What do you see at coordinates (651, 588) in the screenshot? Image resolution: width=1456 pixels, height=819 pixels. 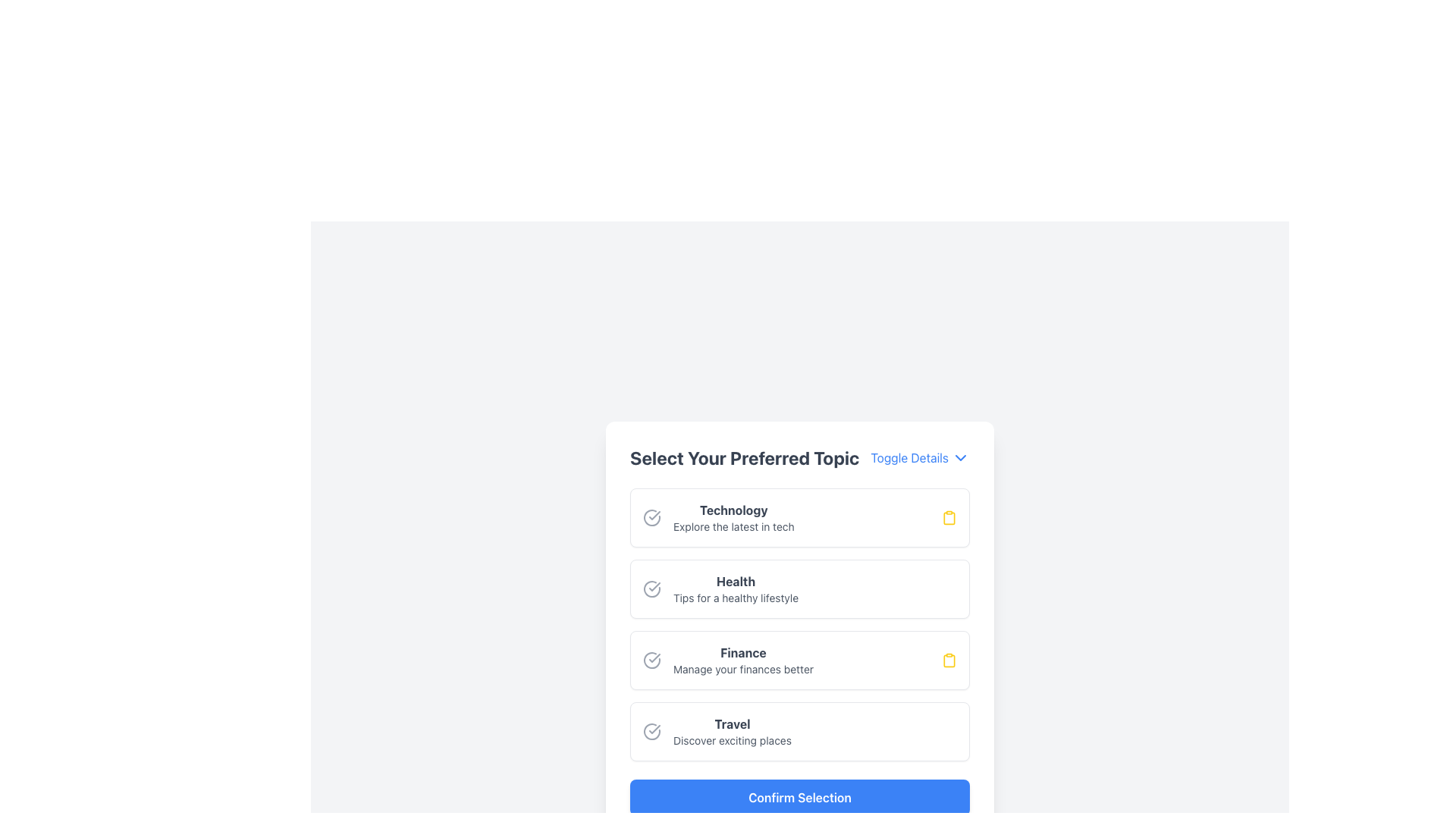 I see `the checkbox icon representing the selection status of the 'Health' topic` at bounding box center [651, 588].